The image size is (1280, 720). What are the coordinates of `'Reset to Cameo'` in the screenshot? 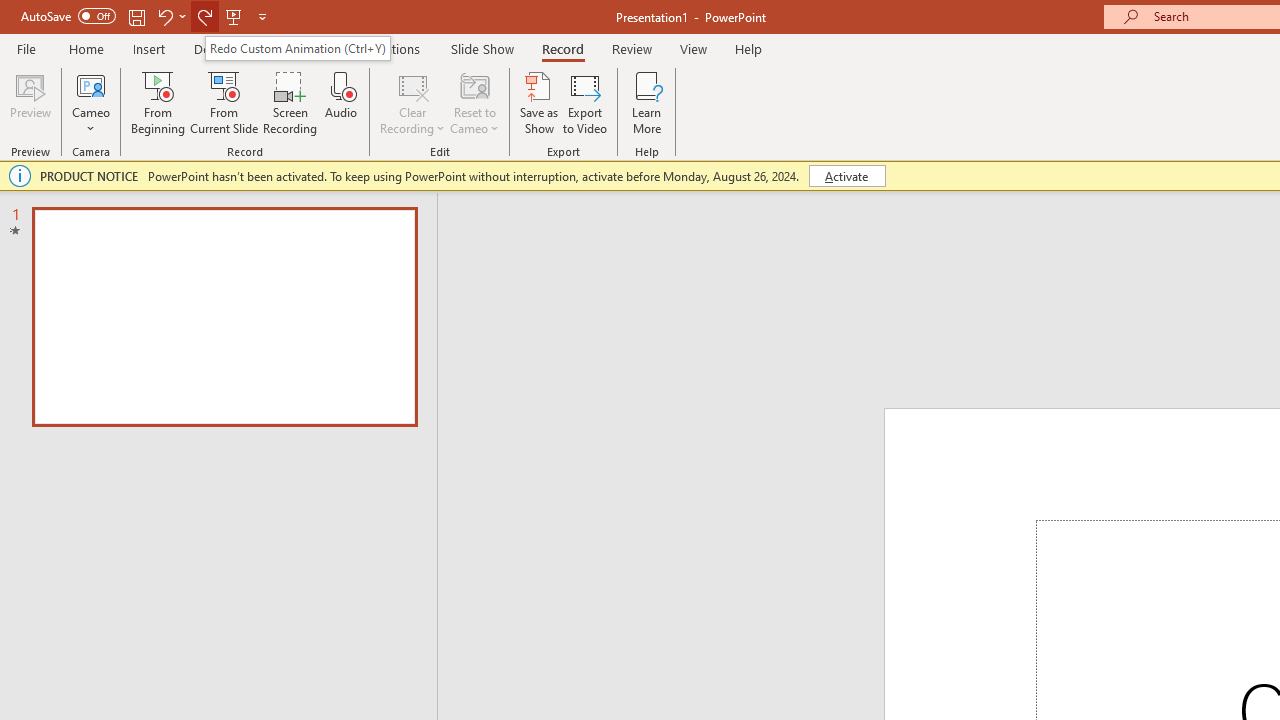 It's located at (473, 103).